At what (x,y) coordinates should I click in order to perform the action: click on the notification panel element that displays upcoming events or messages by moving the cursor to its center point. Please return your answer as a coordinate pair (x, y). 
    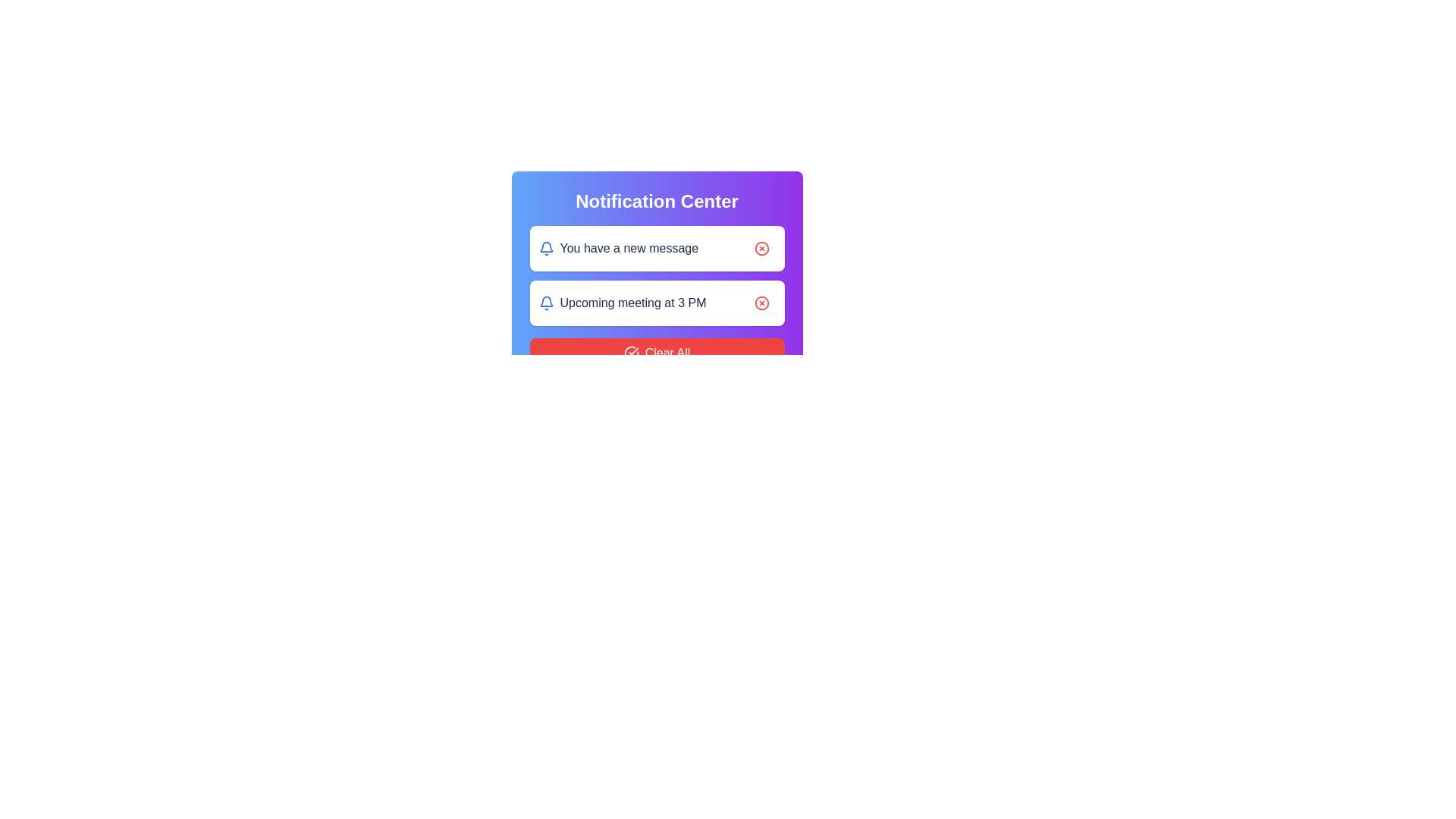
    Looking at the image, I should click on (657, 278).